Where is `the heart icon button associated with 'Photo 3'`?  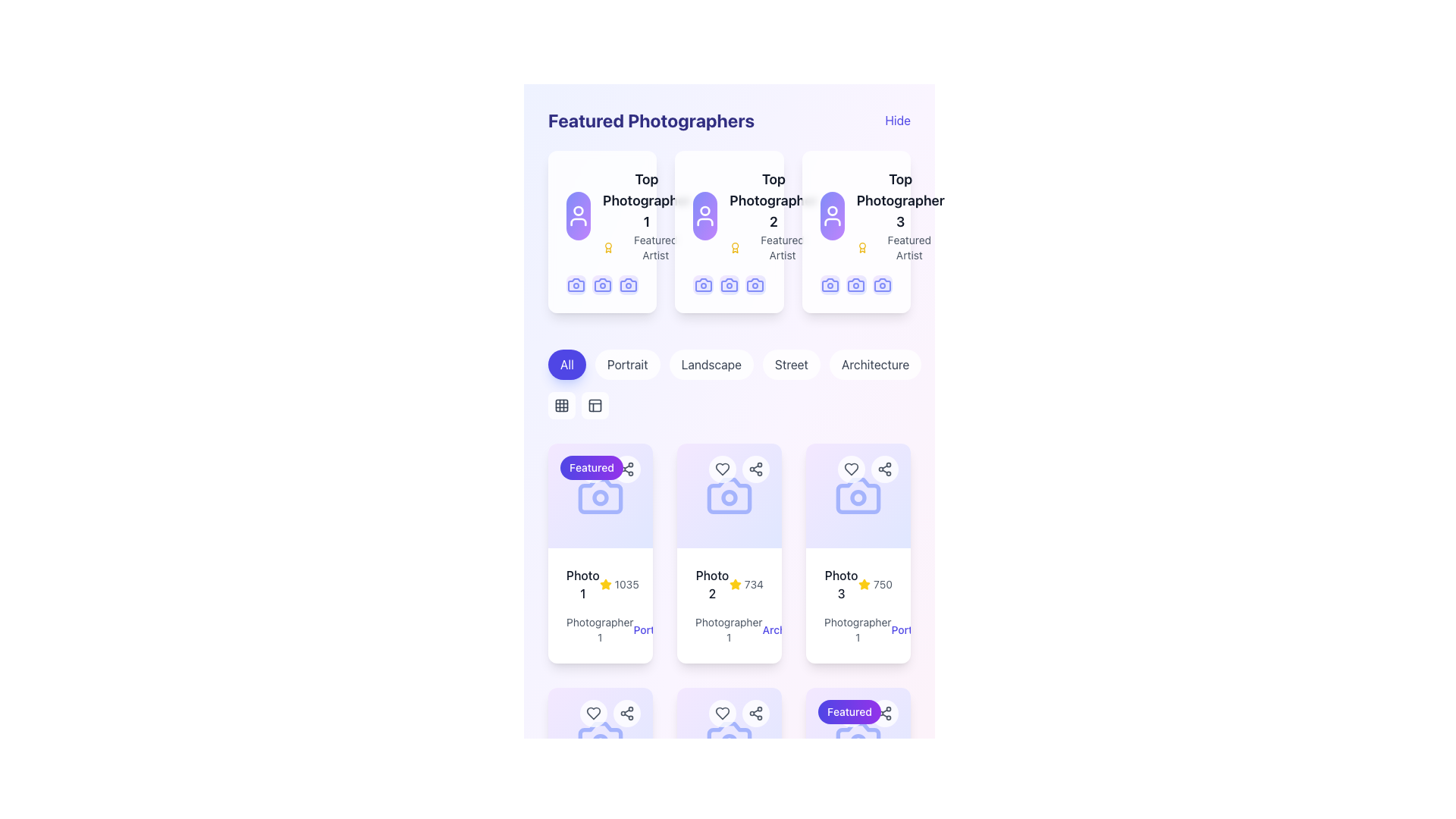 the heart icon button associated with 'Photo 3' is located at coordinates (852, 468).